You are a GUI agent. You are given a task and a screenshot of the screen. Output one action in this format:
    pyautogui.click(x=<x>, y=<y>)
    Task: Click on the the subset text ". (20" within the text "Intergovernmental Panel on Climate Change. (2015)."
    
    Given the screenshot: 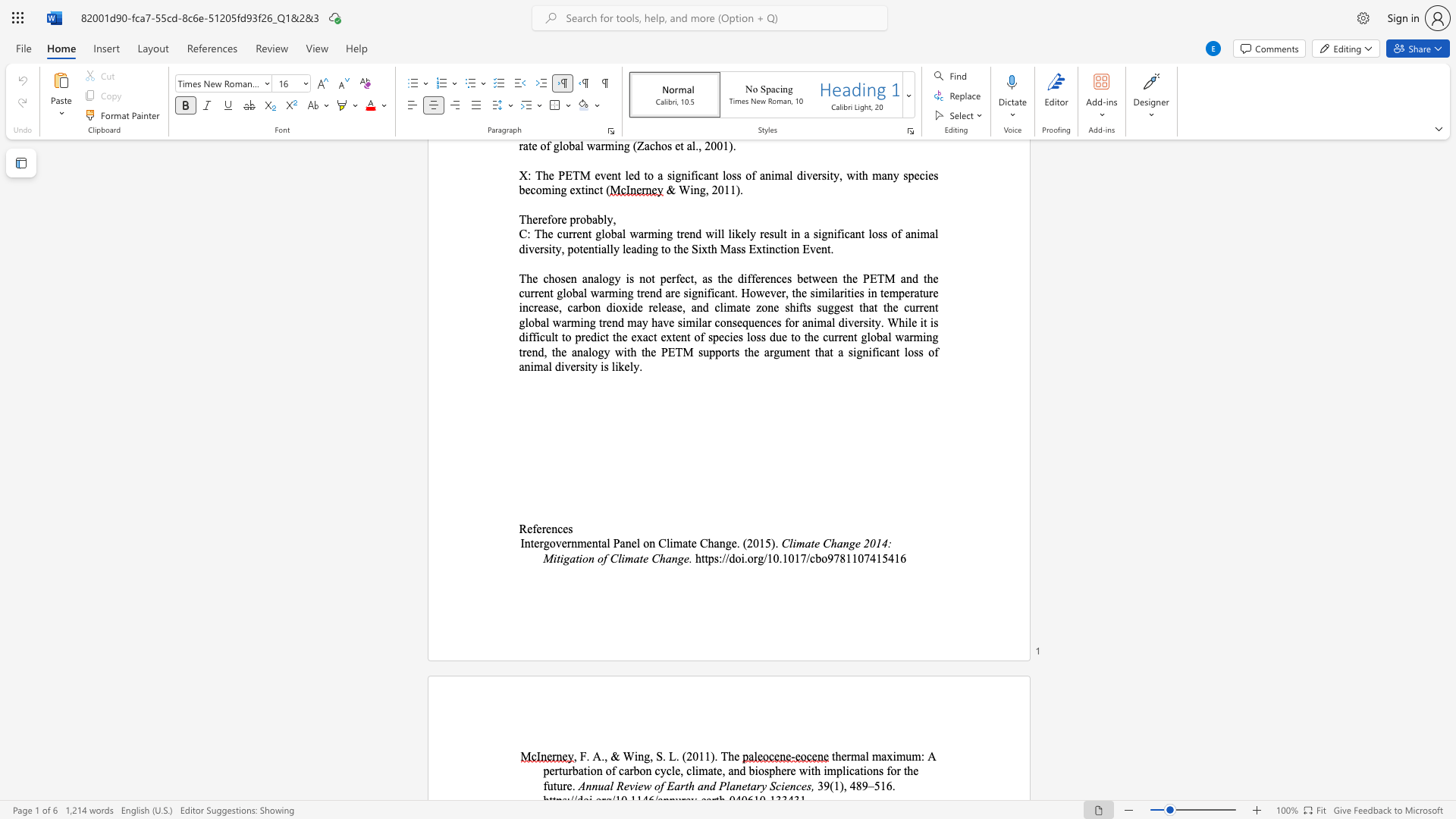 What is the action you would take?
    pyautogui.click(x=736, y=542)
    